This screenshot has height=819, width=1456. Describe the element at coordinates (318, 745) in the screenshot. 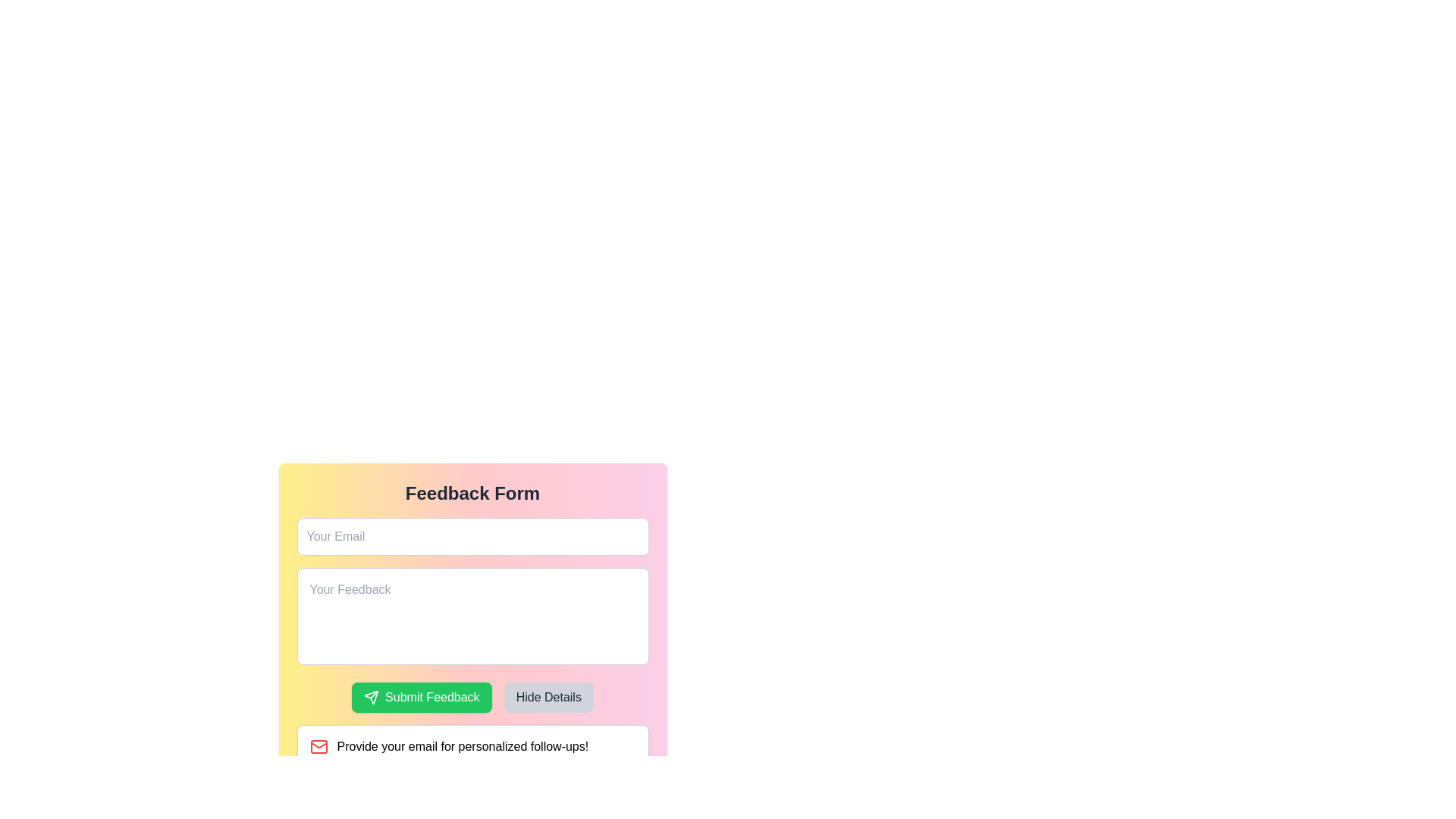

I see `the decorative graphic representing the pointed bottom part of the envelope illustration within the SVG icon located in the feedback form interface` at that location.